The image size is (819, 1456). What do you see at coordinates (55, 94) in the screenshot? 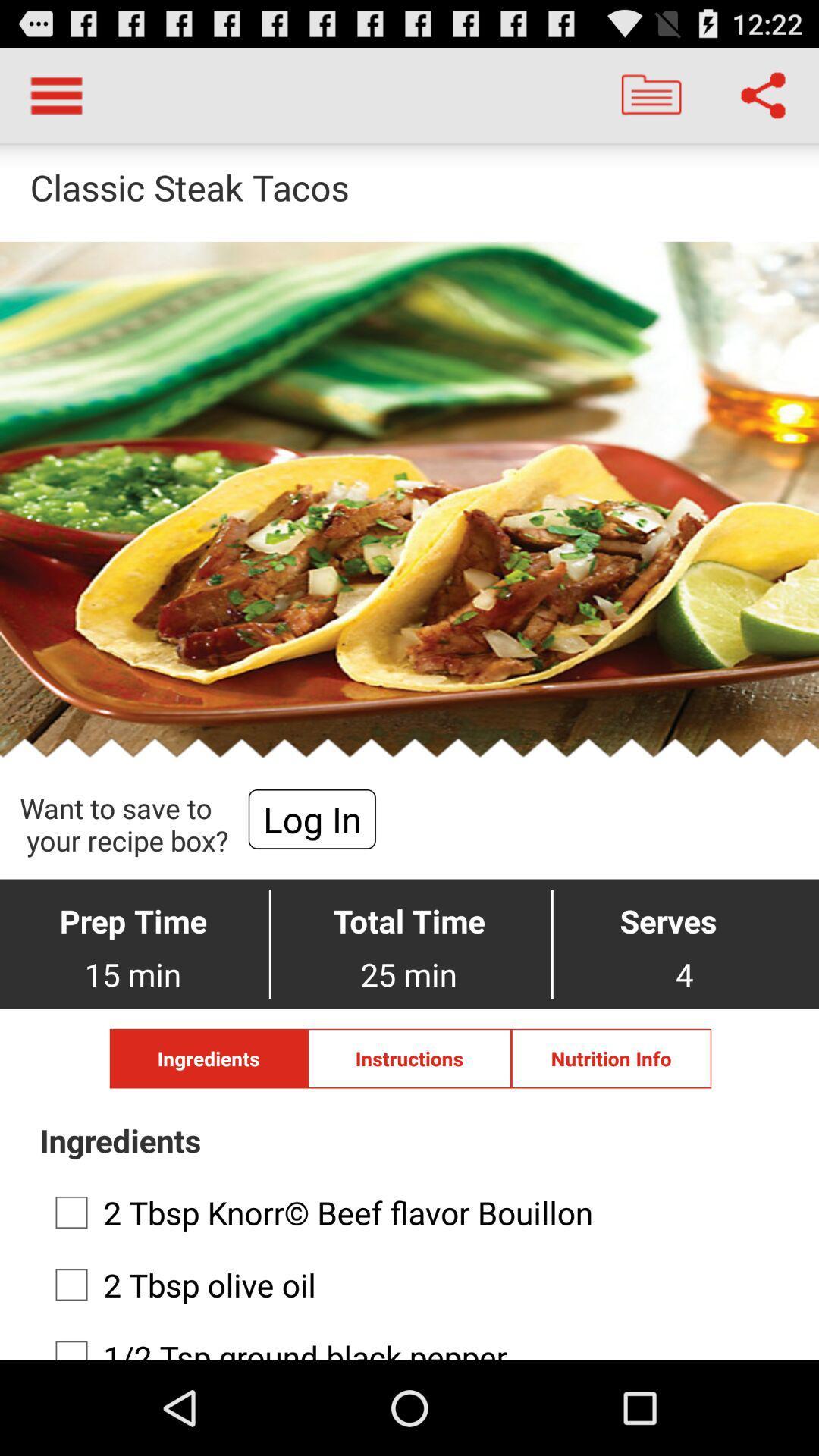
I see `the box on top left corner of the page` at bounding box center [55, 94].